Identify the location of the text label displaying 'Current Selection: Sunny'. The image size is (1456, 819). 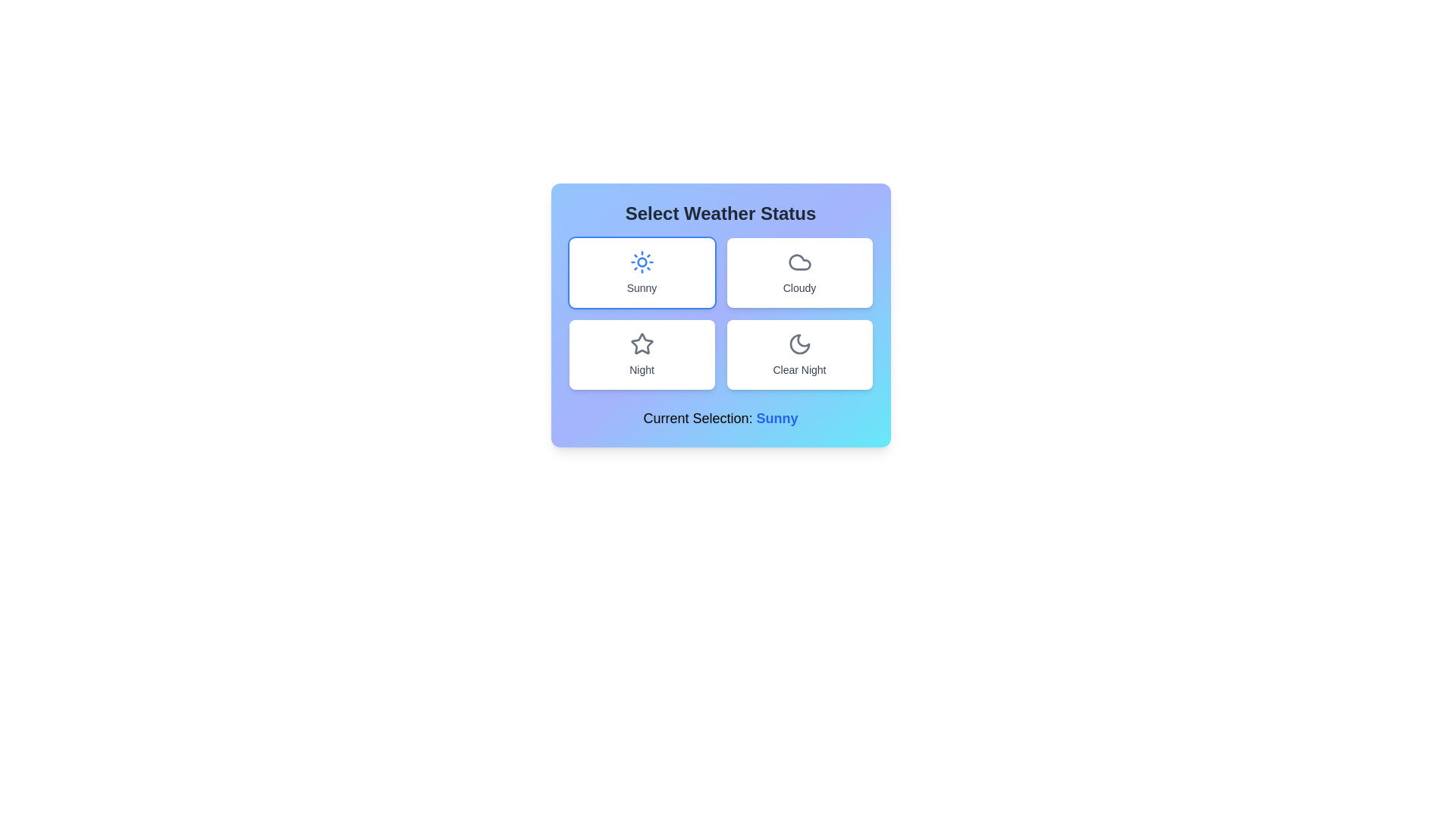
(720, 418).